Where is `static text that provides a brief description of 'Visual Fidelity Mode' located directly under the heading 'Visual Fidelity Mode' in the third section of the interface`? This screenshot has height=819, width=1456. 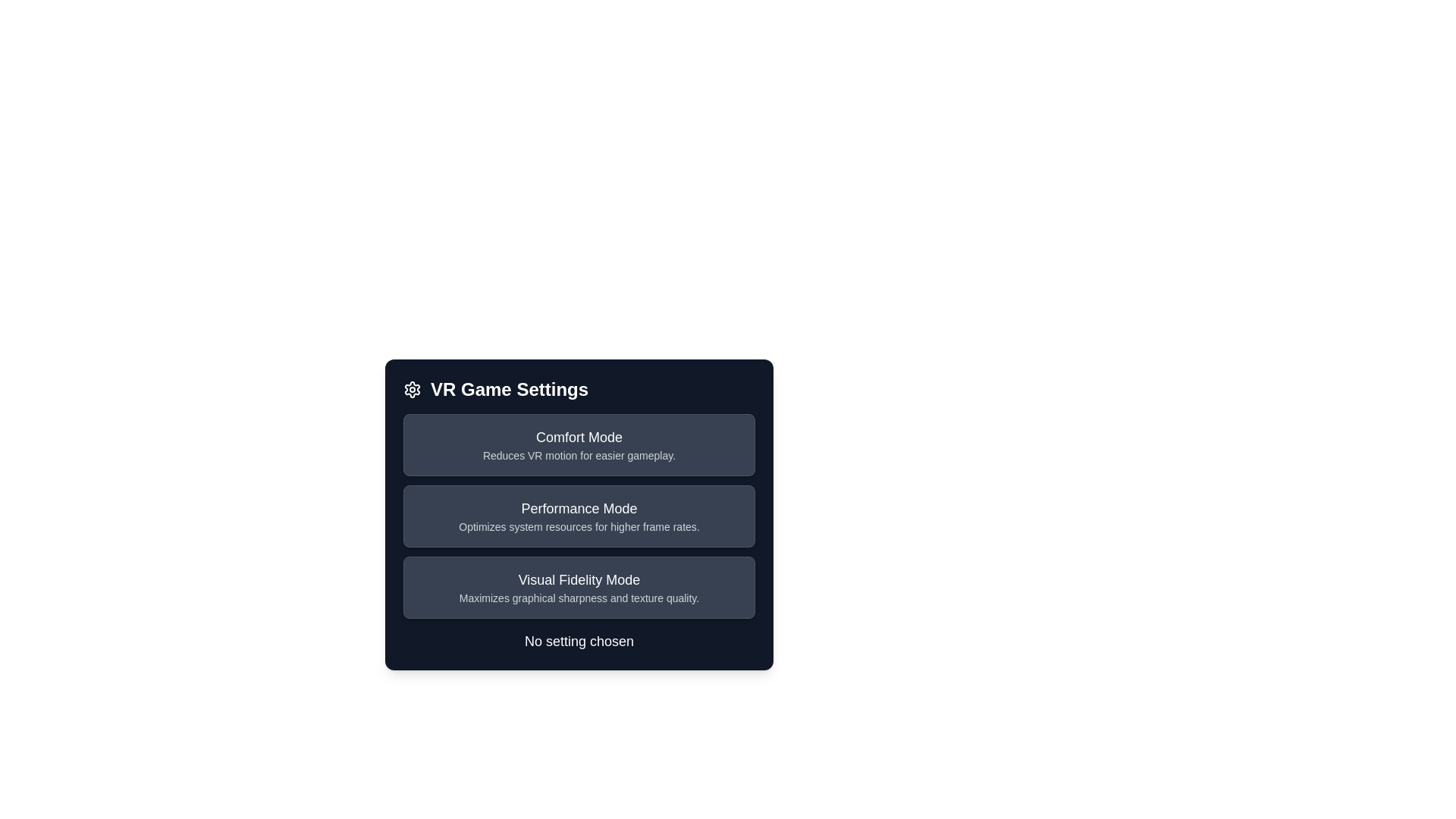 static text that provides a brief description of 'Visual Fidelity Mode' located directly under the heading 'Visual Fidelity Mode' in the third section of the interface is located at coordinates (578, 598).